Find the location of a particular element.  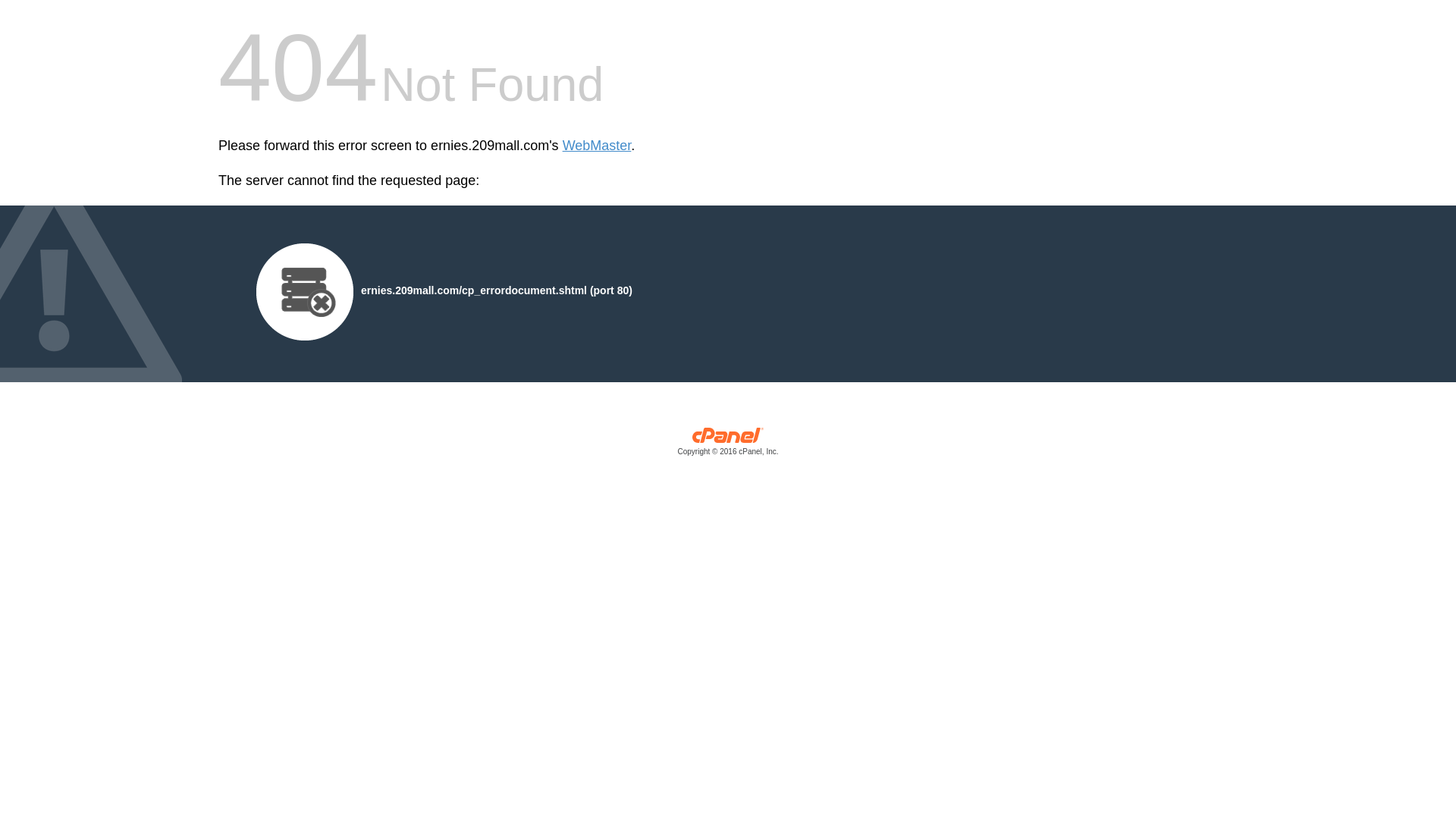

'WebMaster' is located at coordinates (596, 146).